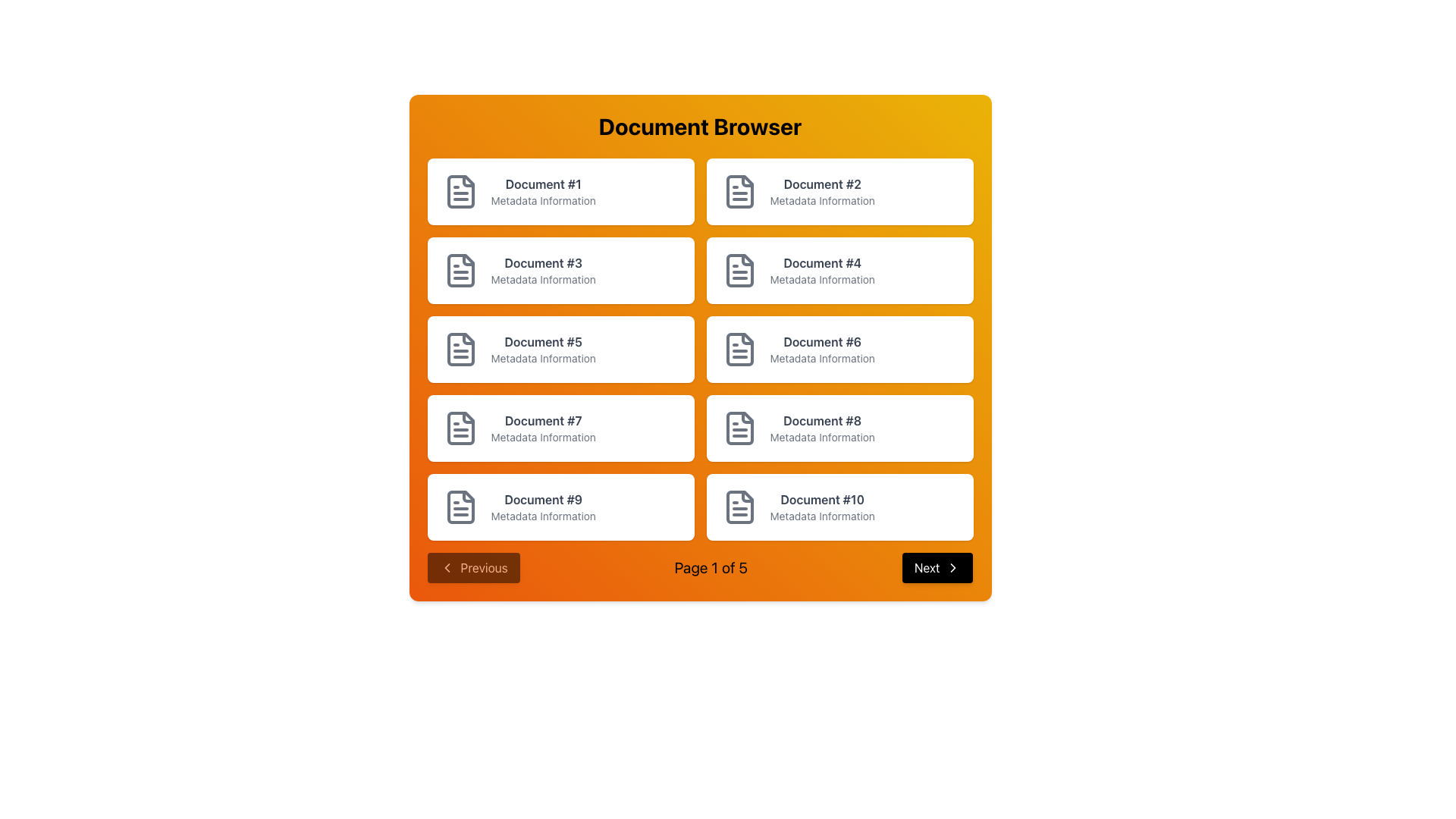 This screenshot has width=1456, height=819. Describe the element at coordinates (739, 507) in the screenshot. I see `the document icon located in the card labeled 'Document #10', which is positioned on the rightmost side of the bottom row, to visually identify the type of content associated with the card` at that location.